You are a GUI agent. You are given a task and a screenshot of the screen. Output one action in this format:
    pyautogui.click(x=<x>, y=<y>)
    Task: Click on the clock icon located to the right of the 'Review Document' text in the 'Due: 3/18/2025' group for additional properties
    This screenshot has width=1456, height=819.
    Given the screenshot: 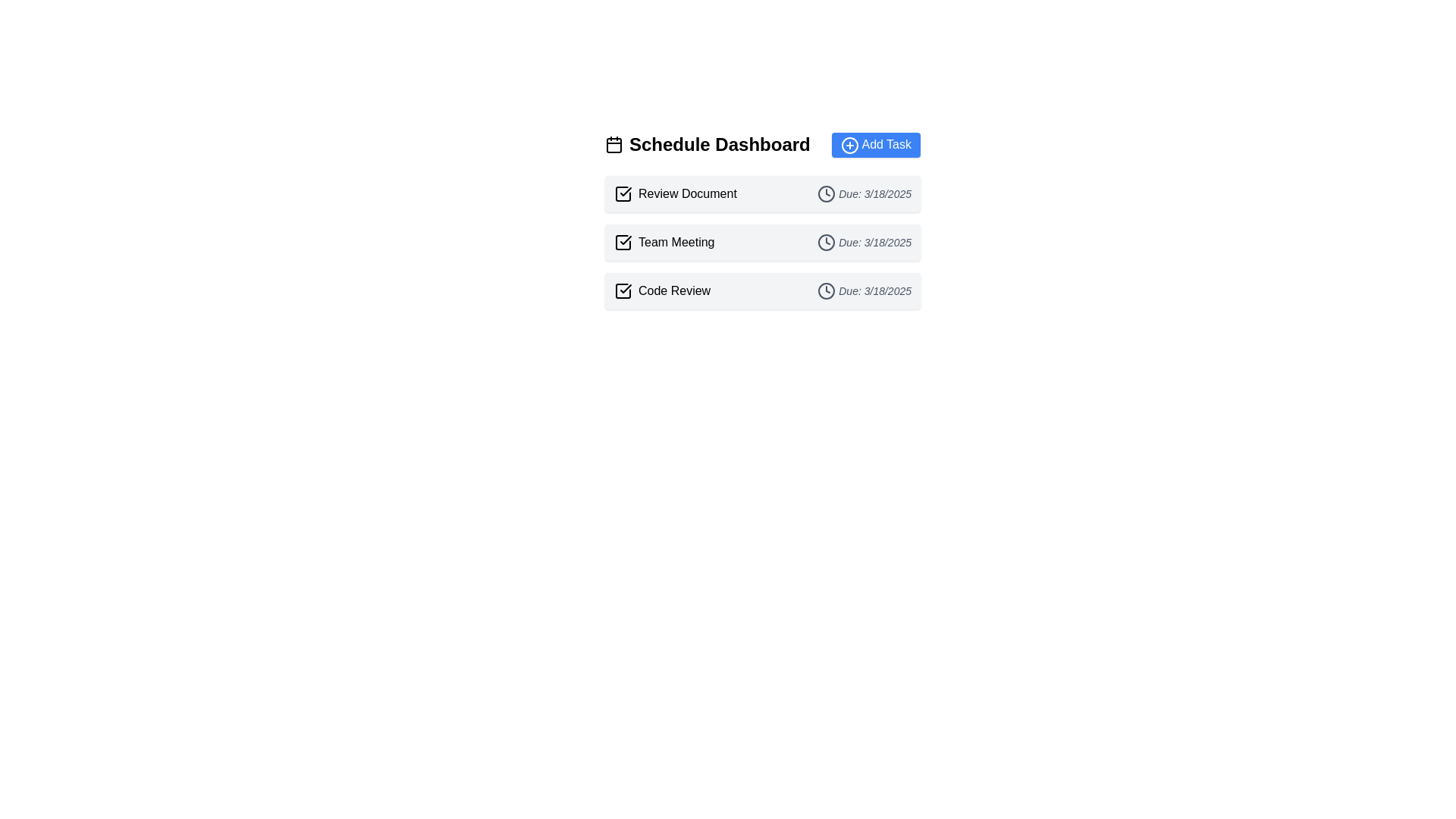 What is the action you would take?
    pyautogui.click(x=826, y=193)
    